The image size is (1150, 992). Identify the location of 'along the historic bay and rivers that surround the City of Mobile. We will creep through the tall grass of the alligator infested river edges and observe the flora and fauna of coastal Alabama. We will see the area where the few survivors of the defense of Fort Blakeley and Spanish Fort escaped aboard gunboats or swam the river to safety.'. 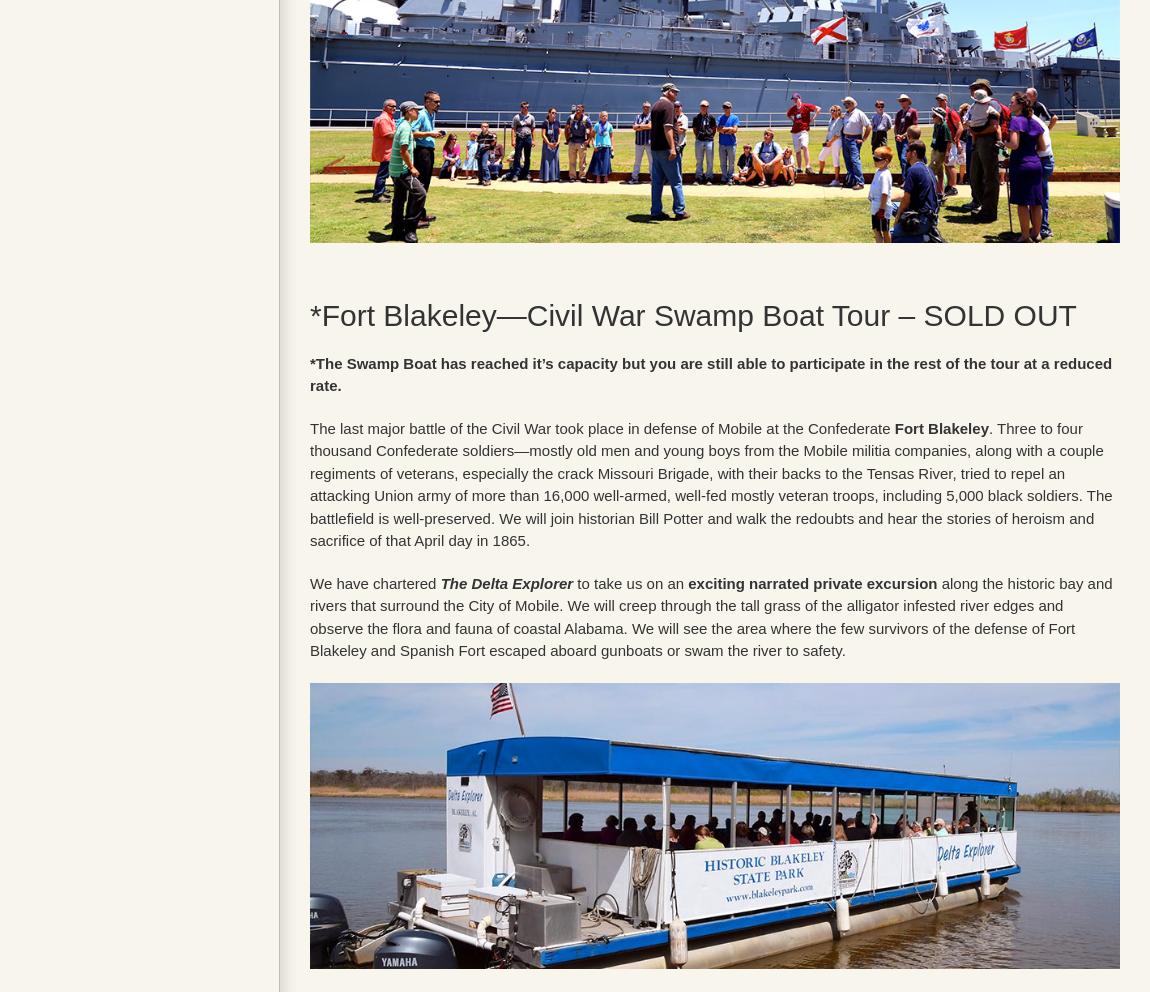
(710, 615).